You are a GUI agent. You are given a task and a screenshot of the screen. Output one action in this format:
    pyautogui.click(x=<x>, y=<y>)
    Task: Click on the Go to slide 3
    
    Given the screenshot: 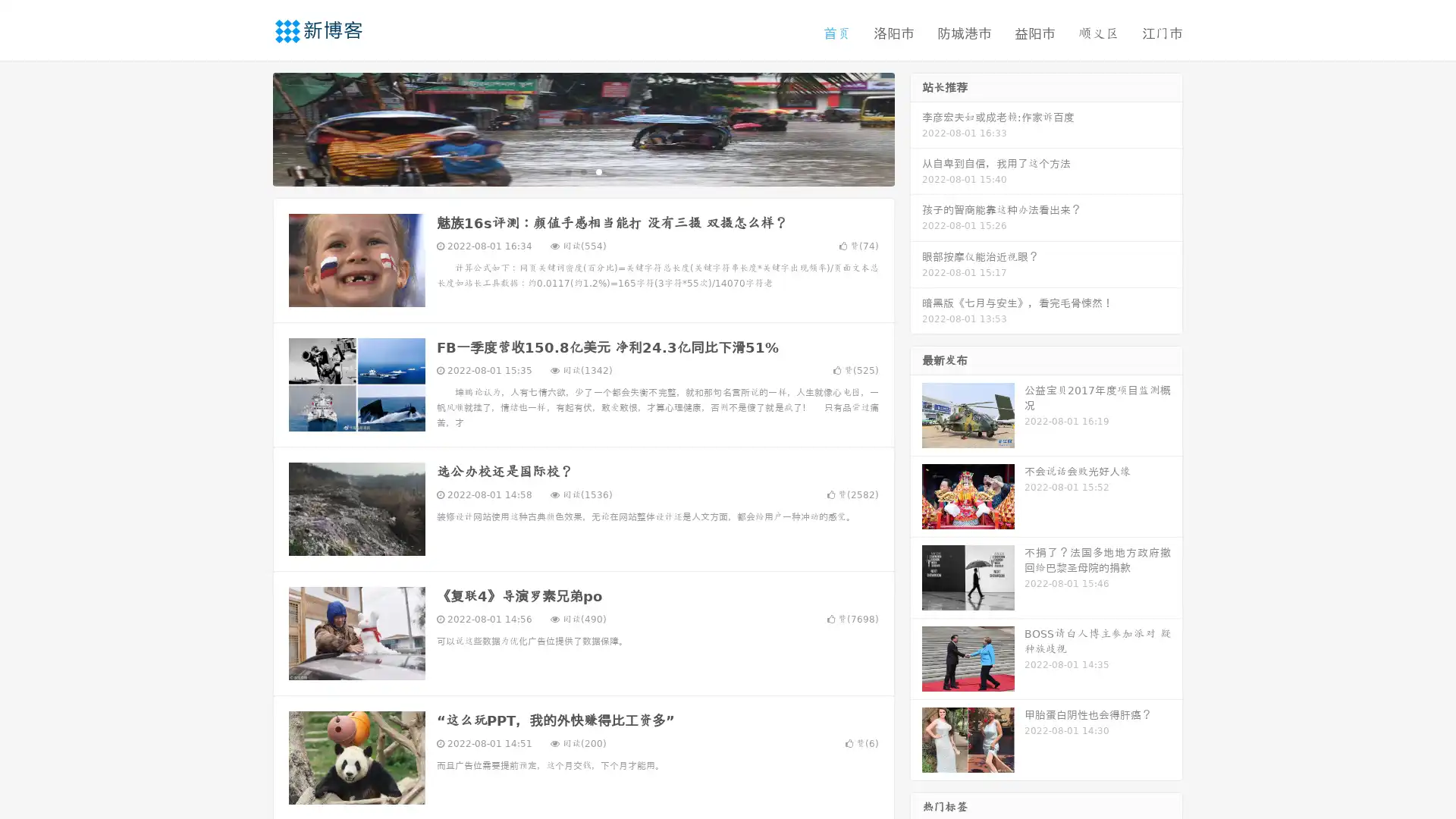 What is the action you would take?
    pyautogui.click(x=598, y=171)
    